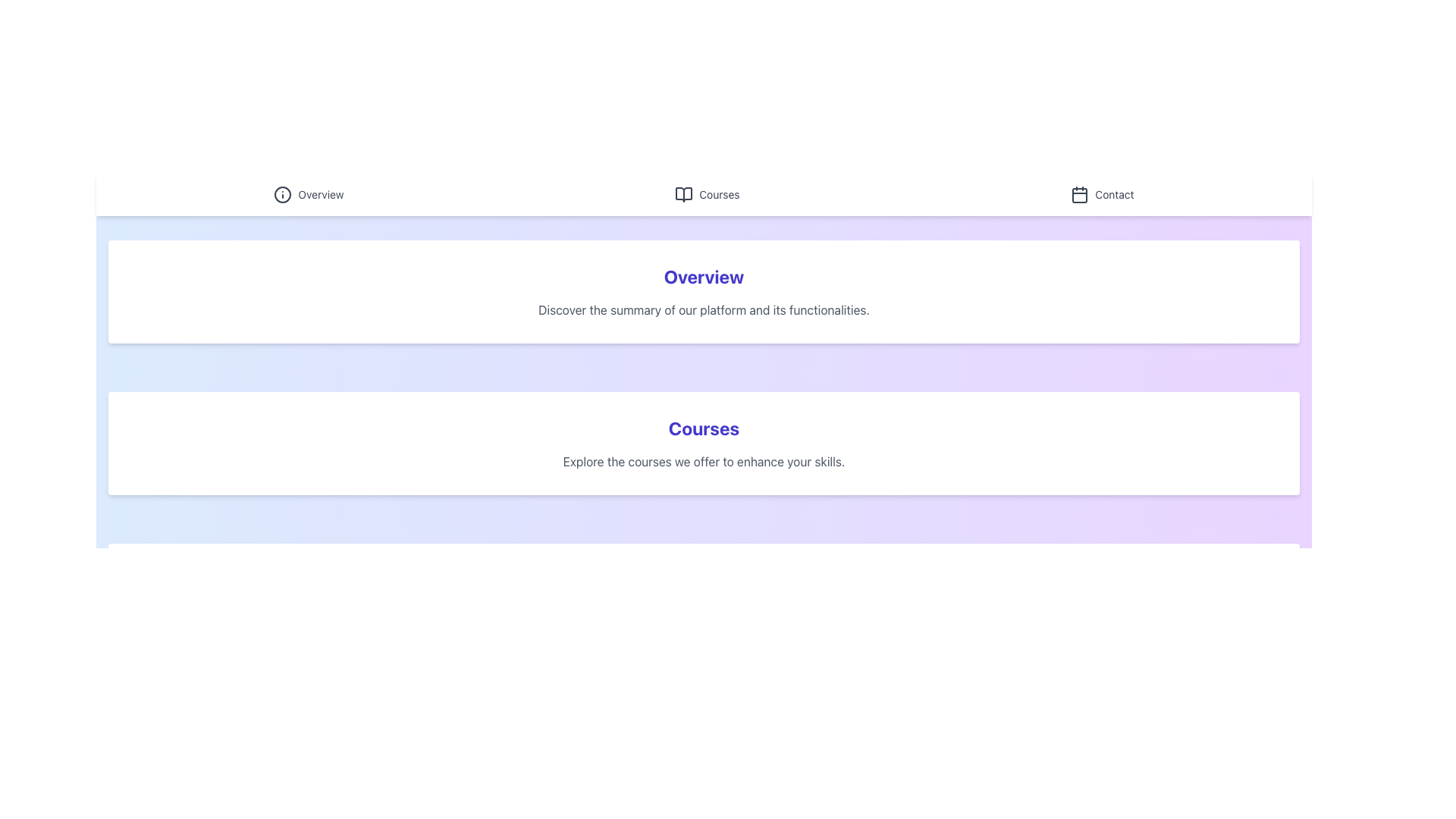  Describe the element at coordinates (703, 309) in the screenshot. I see `introductory text summarizing the platform's main features, located in the 'Overview' section below the 'Overview' heading` at that location.